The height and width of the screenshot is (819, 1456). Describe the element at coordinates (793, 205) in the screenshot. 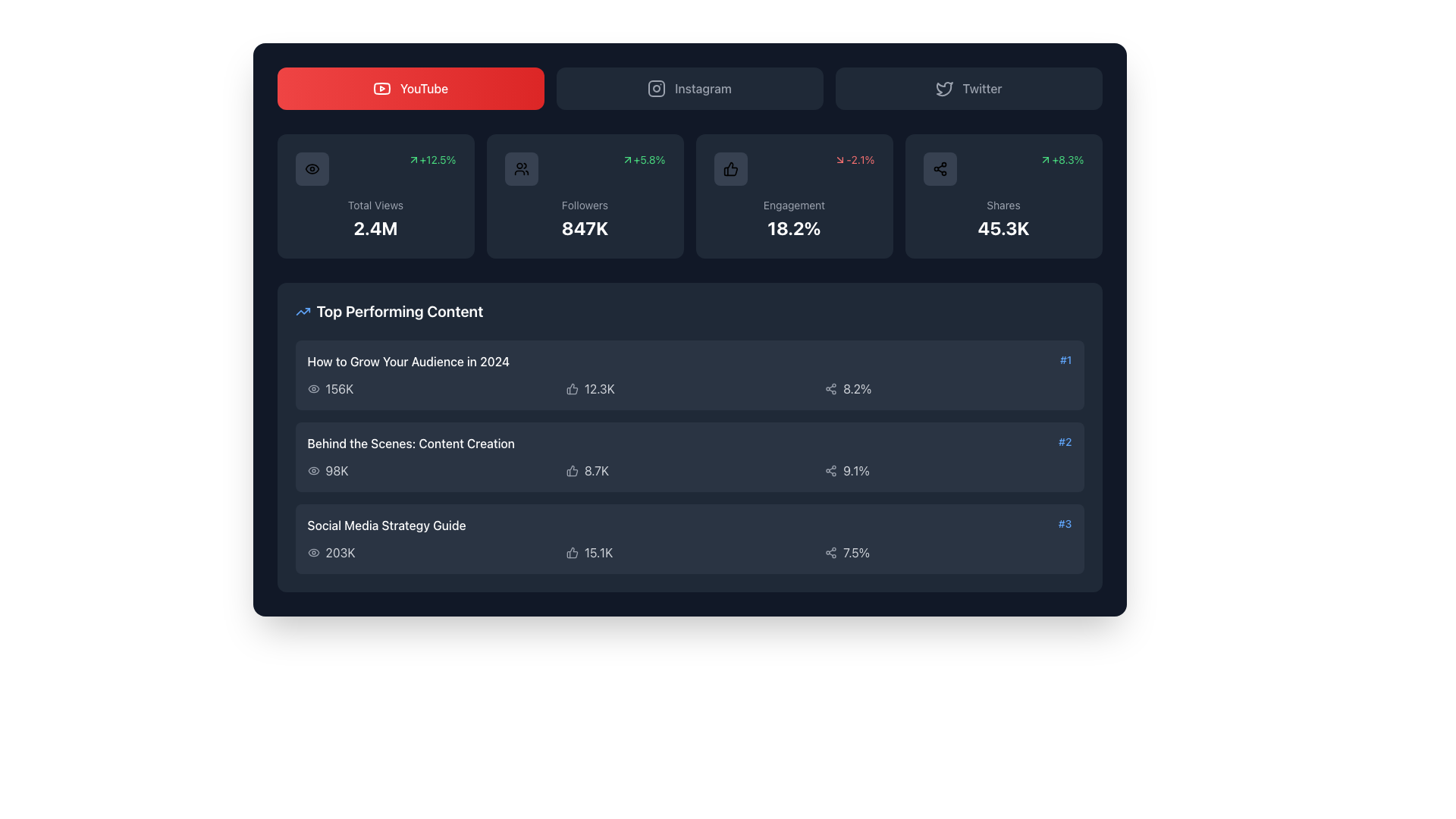

I see `the static text label indicating the 'Engagement' metric, which is centrally positioned above the value '18.2%' in the fourth metric box` at that location.